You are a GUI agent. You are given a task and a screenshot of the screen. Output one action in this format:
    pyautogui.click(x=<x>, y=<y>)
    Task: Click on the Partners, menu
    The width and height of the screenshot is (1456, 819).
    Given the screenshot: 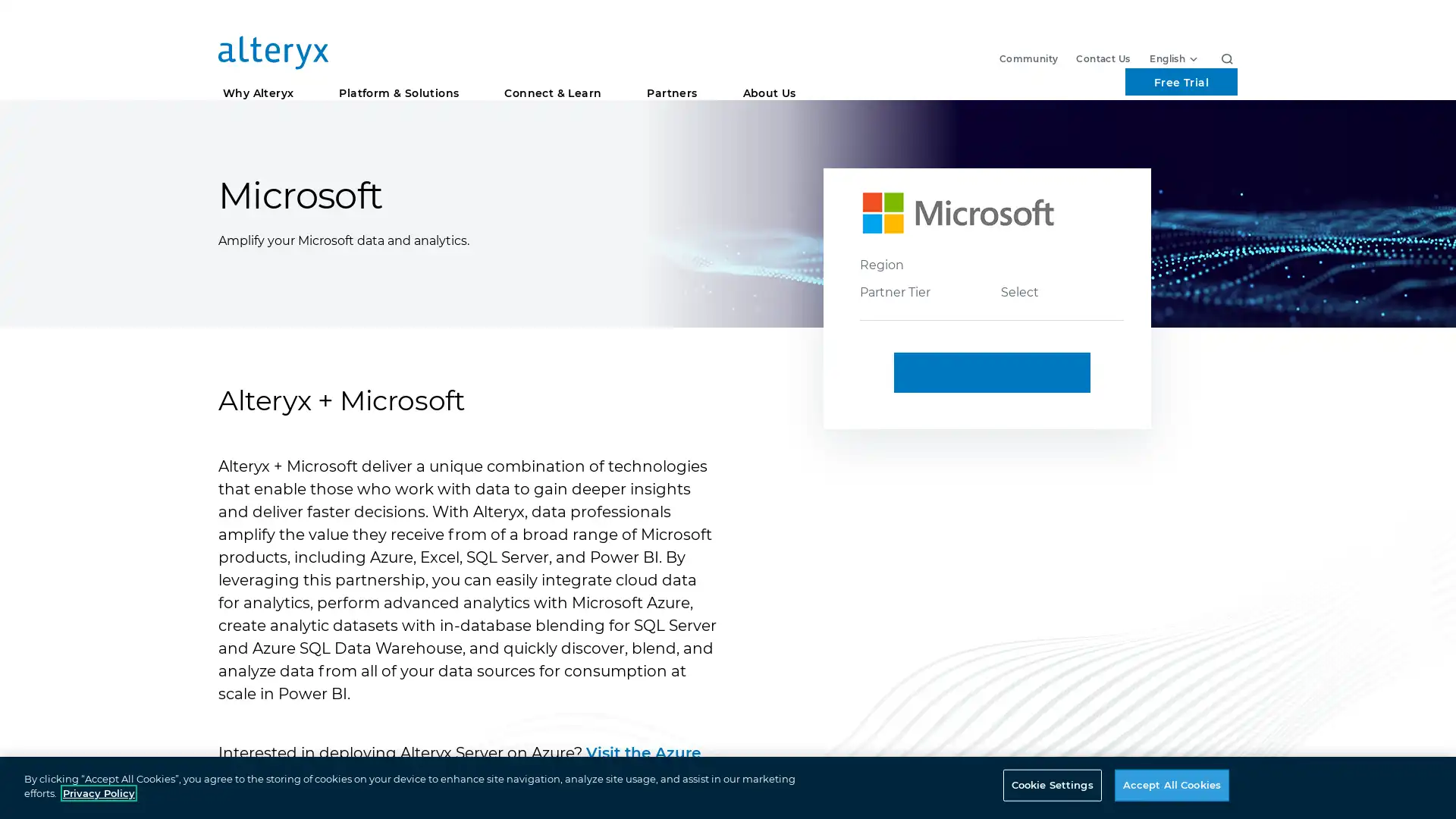 What is the action you would take?
    pyautogui.click(x=671, y=76)
    